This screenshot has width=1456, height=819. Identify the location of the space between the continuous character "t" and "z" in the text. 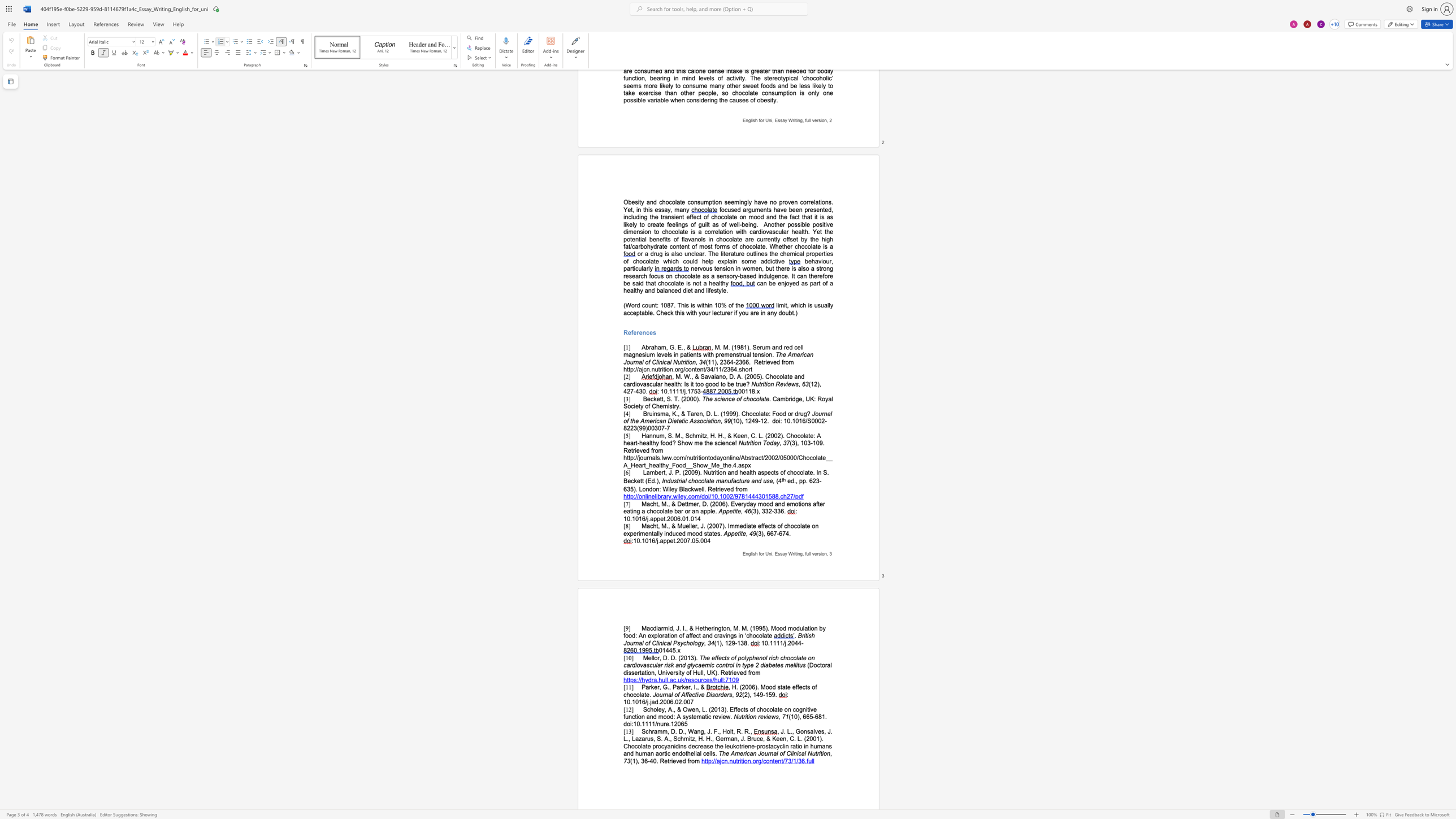
(704, 435).